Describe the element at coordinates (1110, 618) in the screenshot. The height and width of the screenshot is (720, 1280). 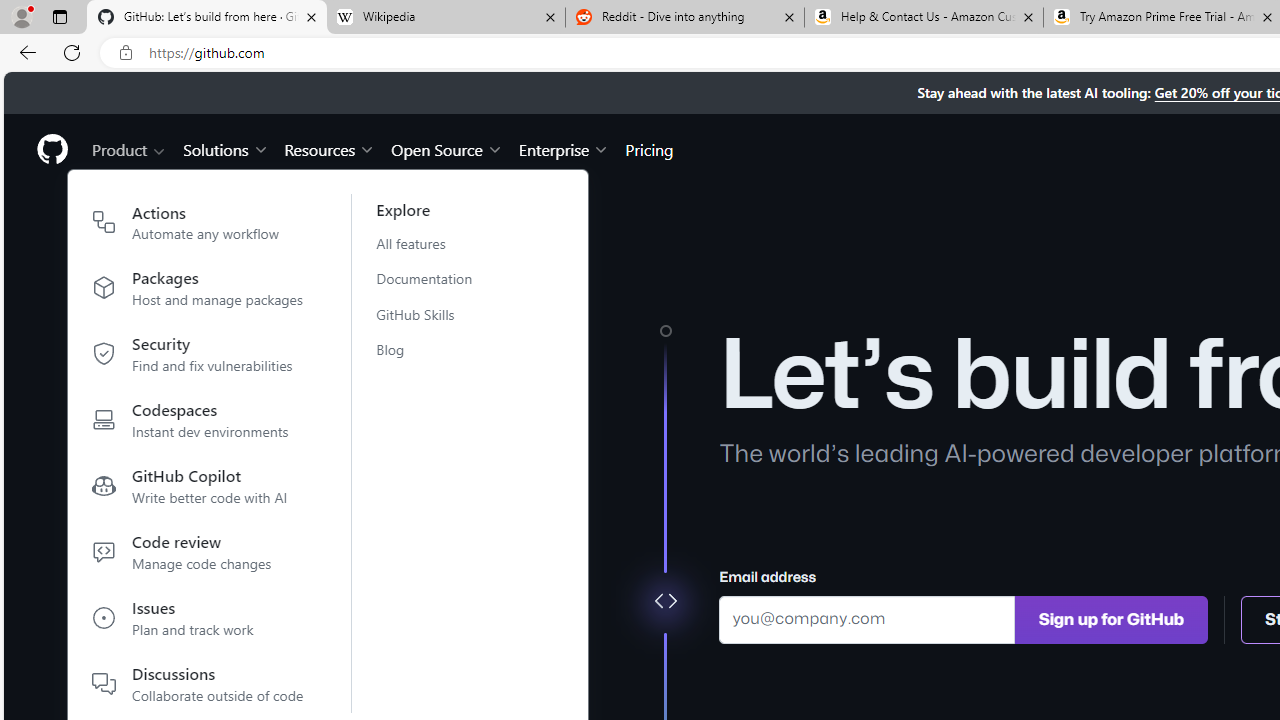
I see `'Sign up for GitHub'` at that location.